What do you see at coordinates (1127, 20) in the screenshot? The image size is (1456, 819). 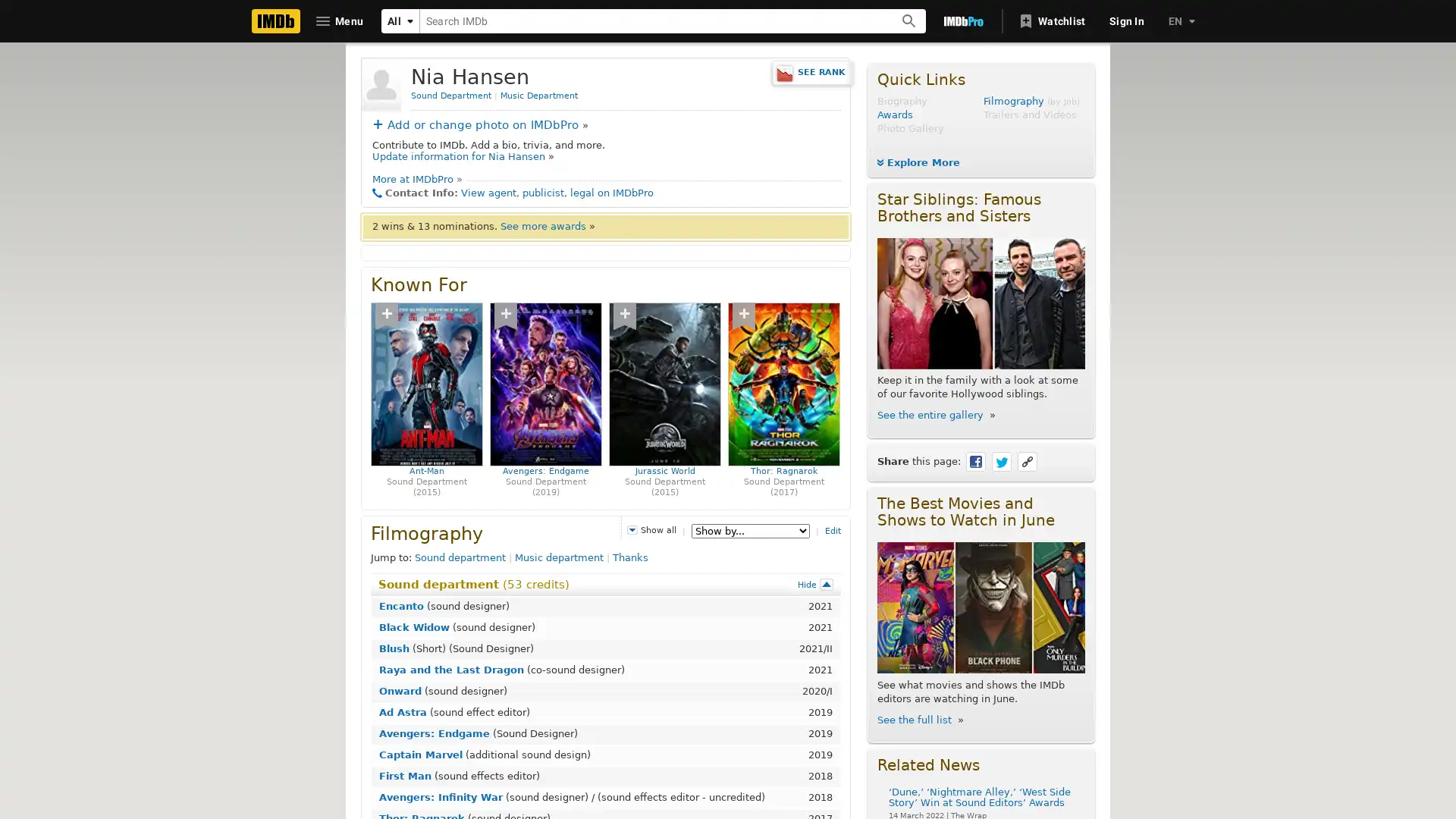 I see `Sign In` at bounding box center [1127, 20].